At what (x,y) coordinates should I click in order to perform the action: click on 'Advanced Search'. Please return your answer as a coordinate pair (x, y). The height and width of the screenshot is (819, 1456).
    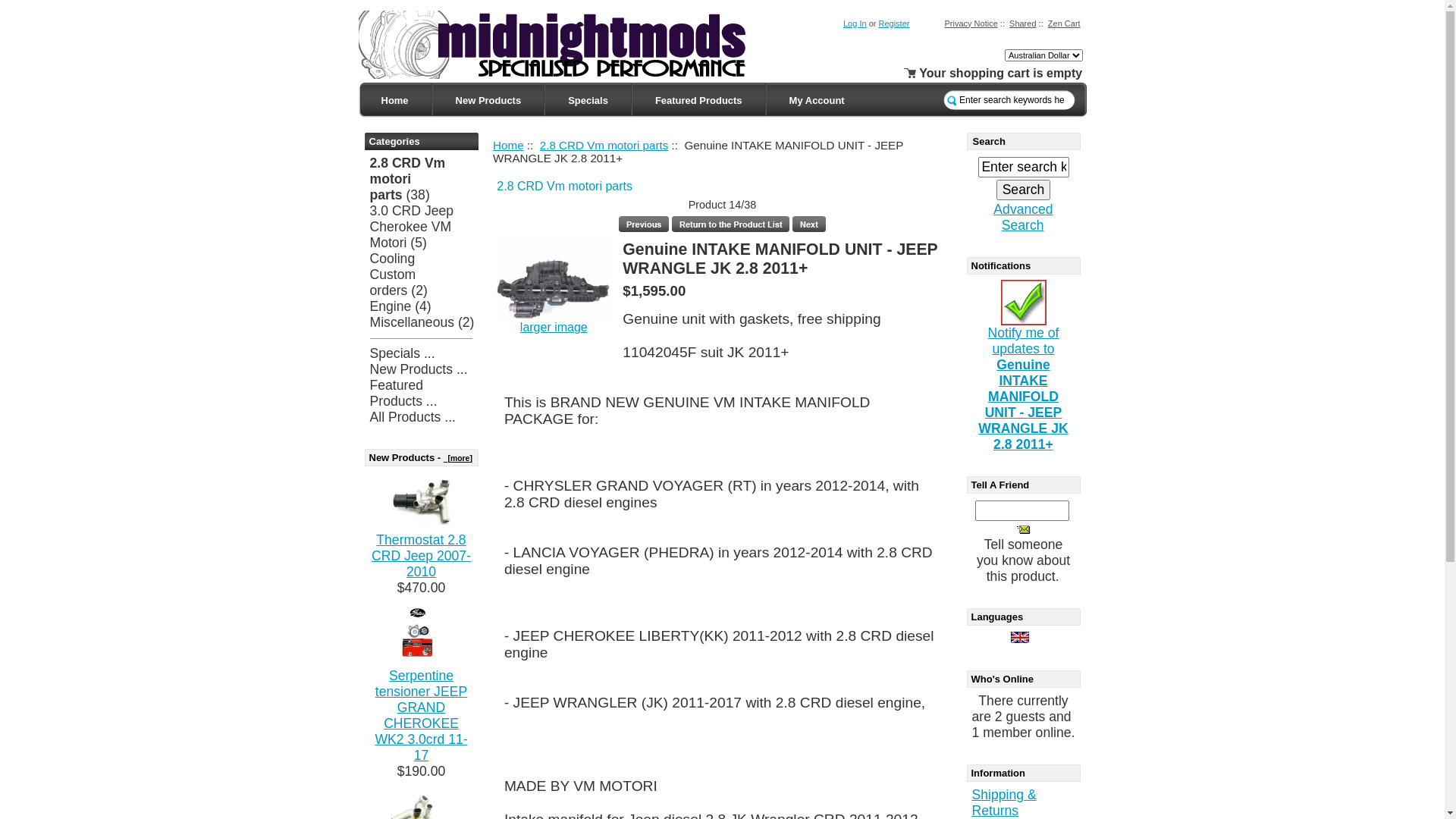
    Looking at the image, I should click on (993, 217).